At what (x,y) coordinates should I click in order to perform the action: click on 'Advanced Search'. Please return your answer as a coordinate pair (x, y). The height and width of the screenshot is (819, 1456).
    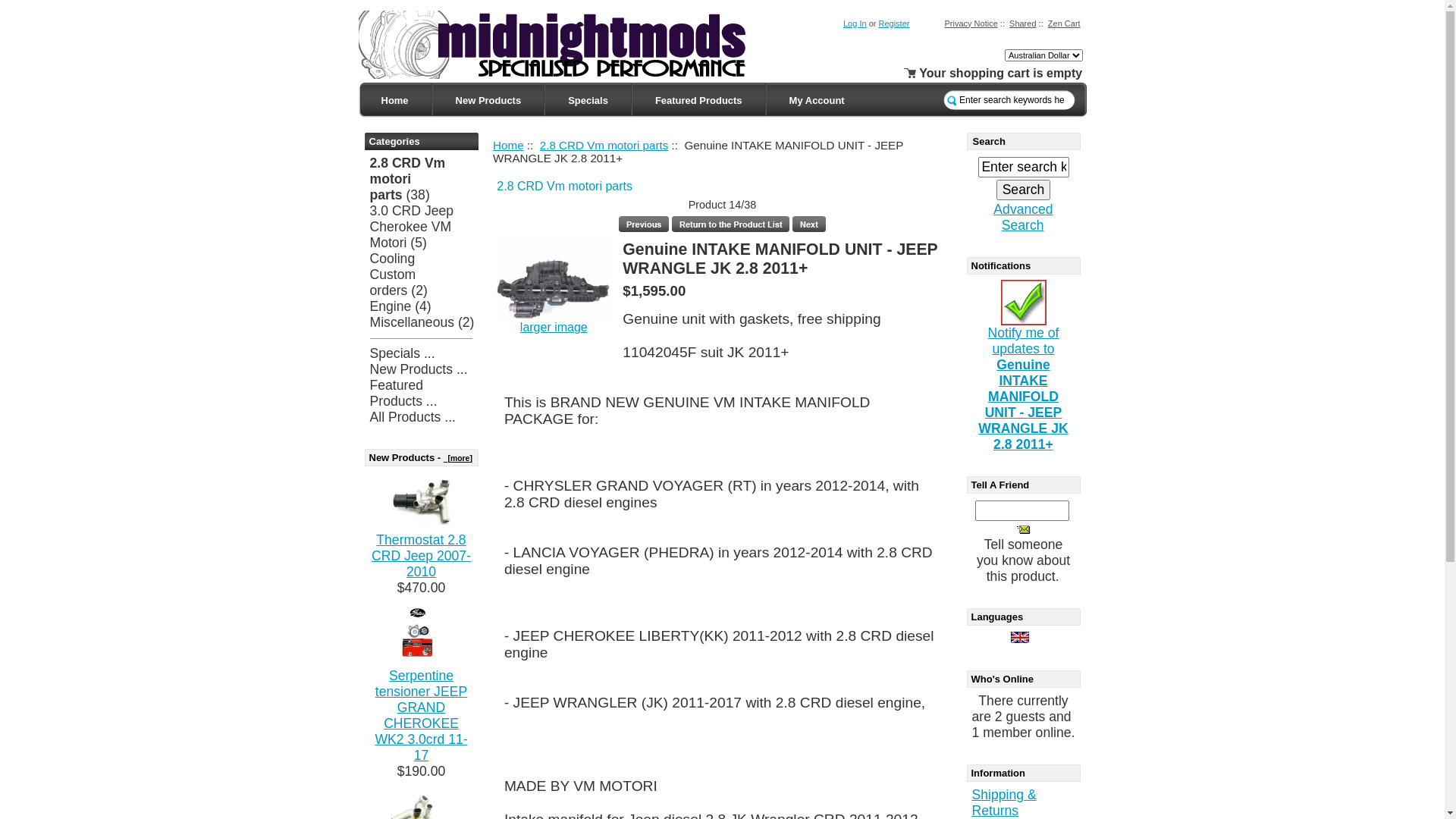
    Looking at the image, I should click on (993, 217).